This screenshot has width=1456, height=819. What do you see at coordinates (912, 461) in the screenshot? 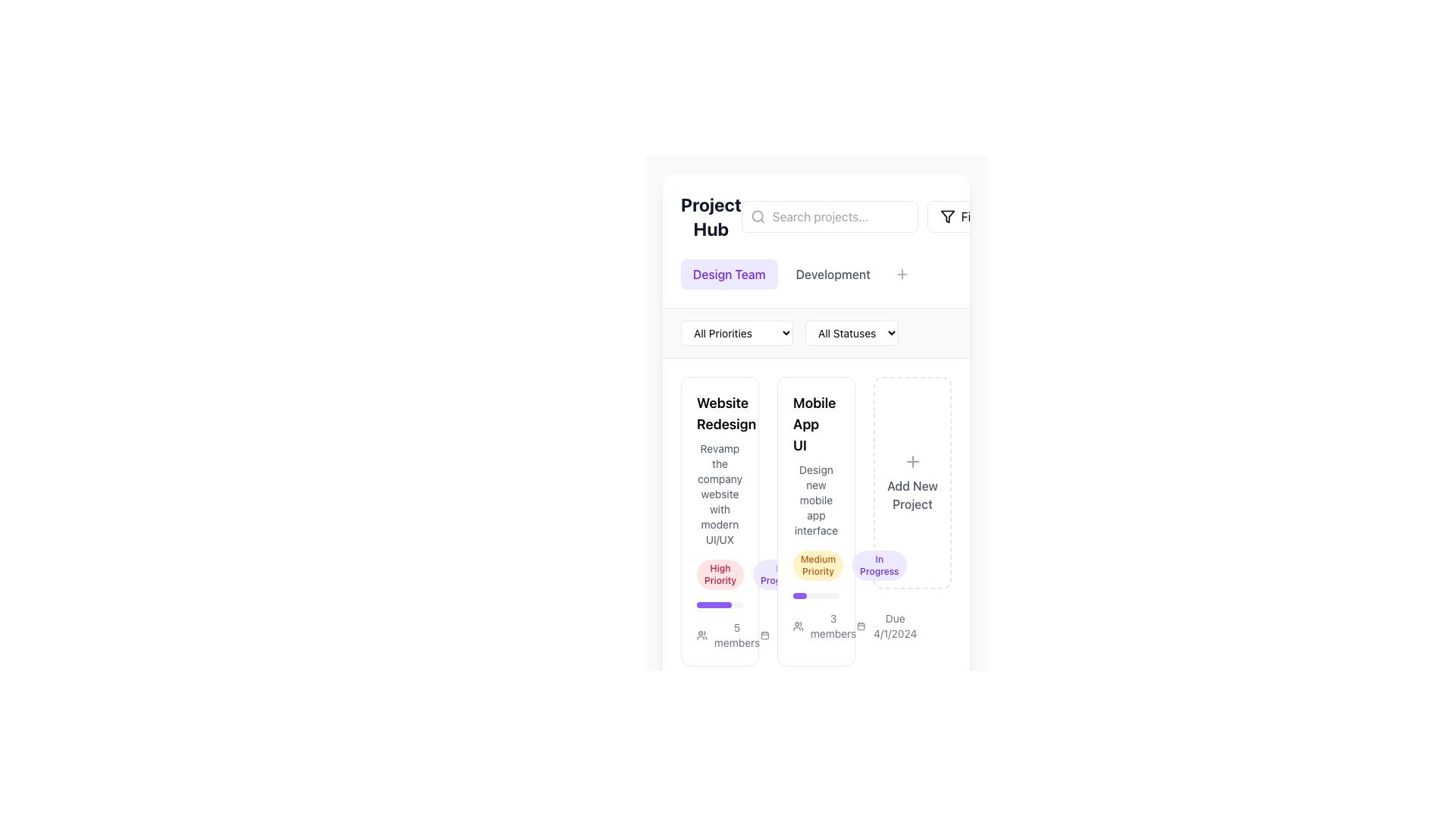
I see `the '+' icon for the 'Add New Project' card` at bounding box center [912, 461].